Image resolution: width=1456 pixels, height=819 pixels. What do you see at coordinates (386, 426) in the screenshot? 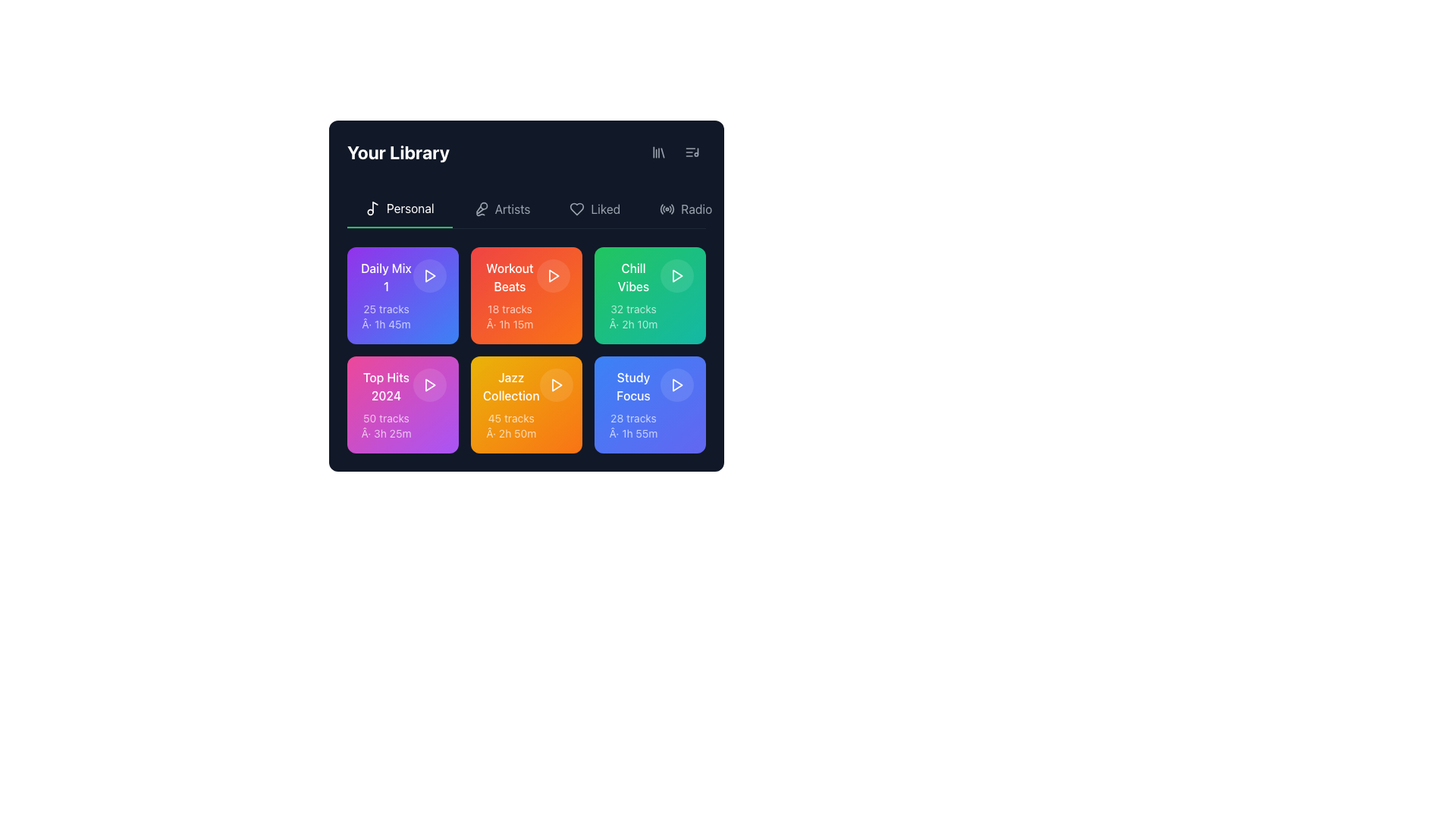
I see `the Text label that displays the number of tracks and total playtime, located below 'Top Hits 2024' on the purple tile` at bounding box center [386, 426].